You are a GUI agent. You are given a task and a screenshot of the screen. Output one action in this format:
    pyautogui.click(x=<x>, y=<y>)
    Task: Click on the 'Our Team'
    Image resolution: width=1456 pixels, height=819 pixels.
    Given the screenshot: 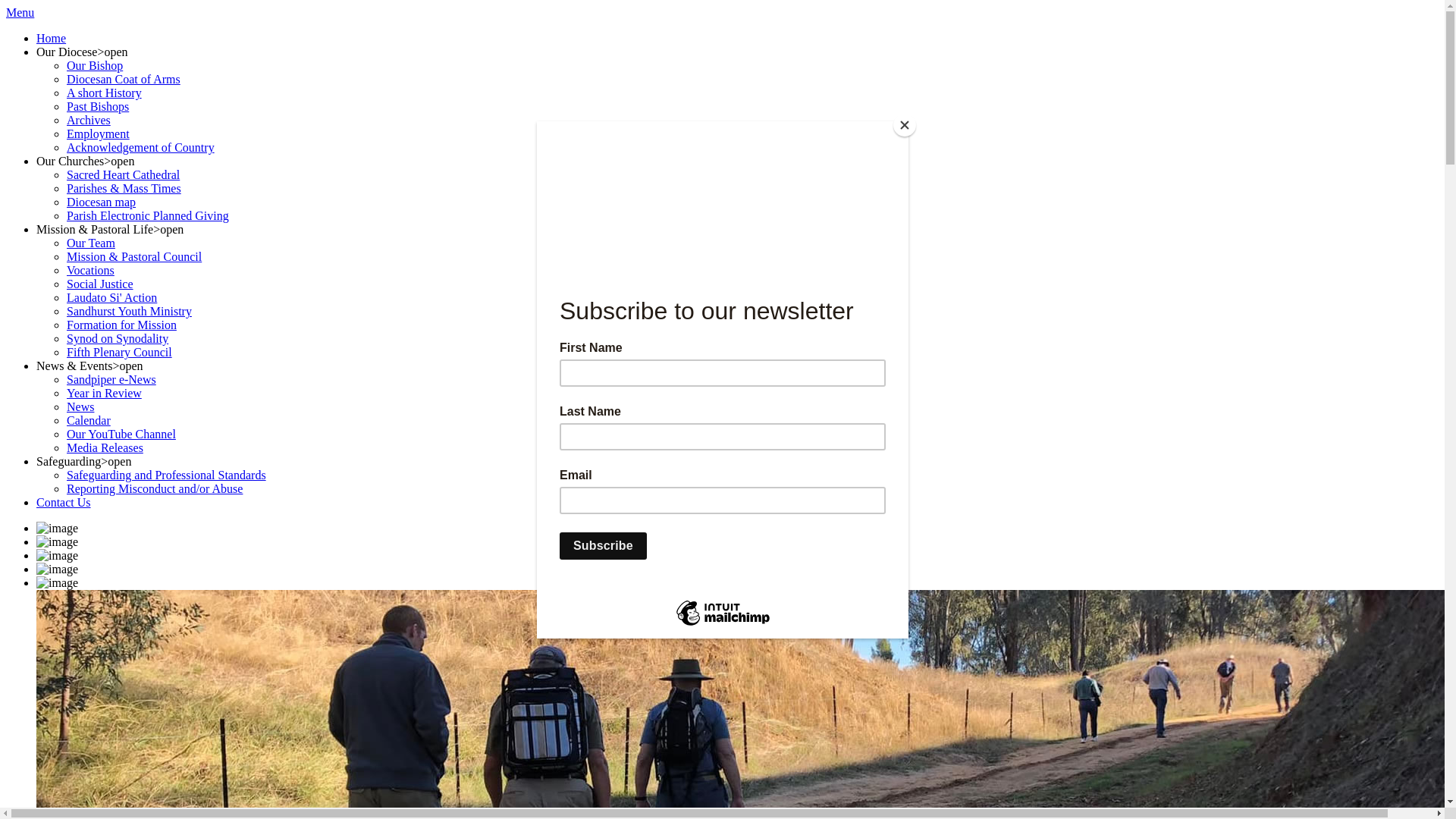 What is the action you would take?
    pyautogui.click(x=90, y=242)
    